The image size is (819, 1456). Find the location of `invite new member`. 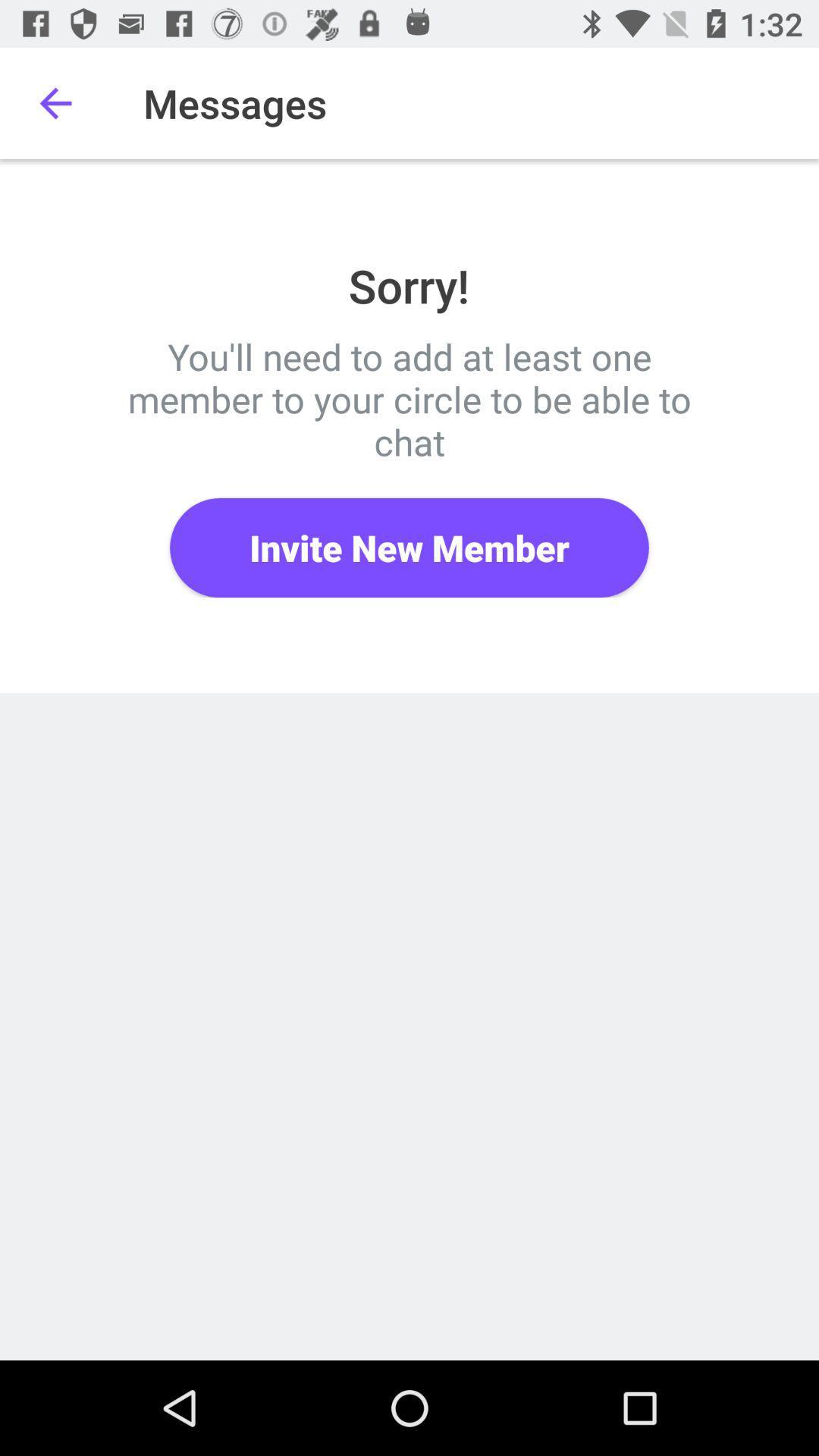

invite new member is located at coordinates (409, 547).